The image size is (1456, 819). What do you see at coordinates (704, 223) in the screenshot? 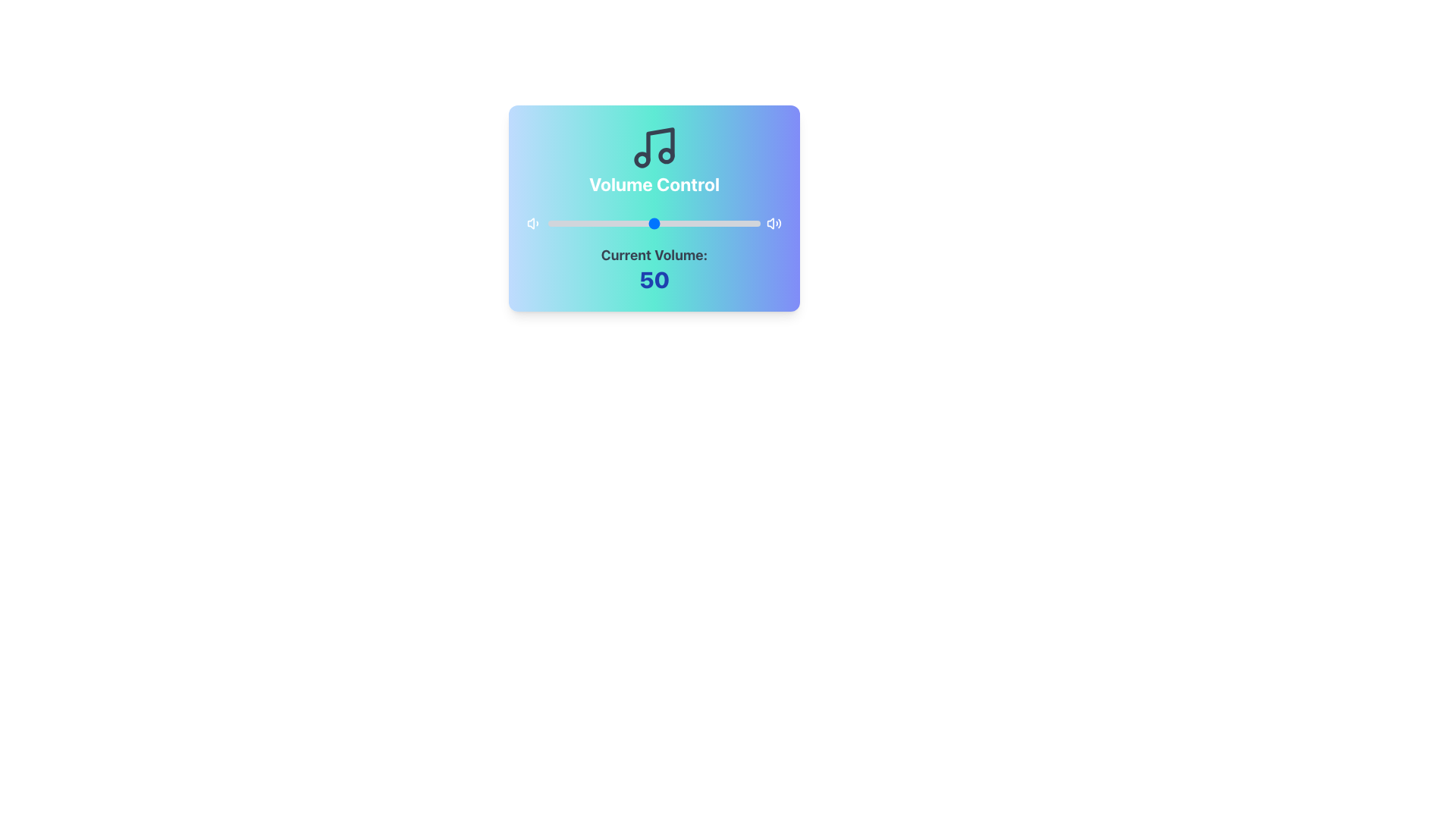
I see `the slider` at bounding box center [704, 223].